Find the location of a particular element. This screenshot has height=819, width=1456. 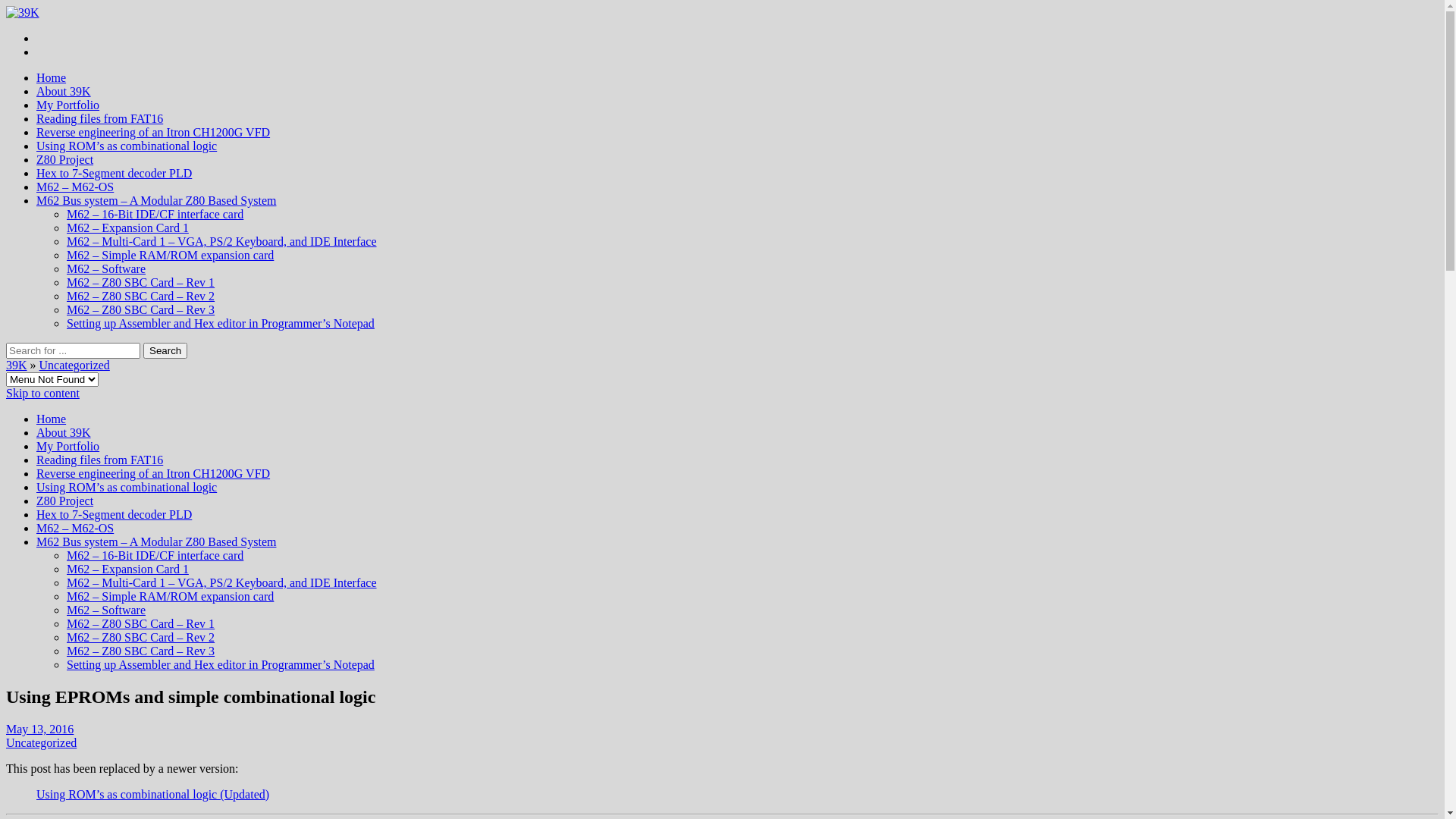

'My Portfolio' is located at coordinates (36, 104).